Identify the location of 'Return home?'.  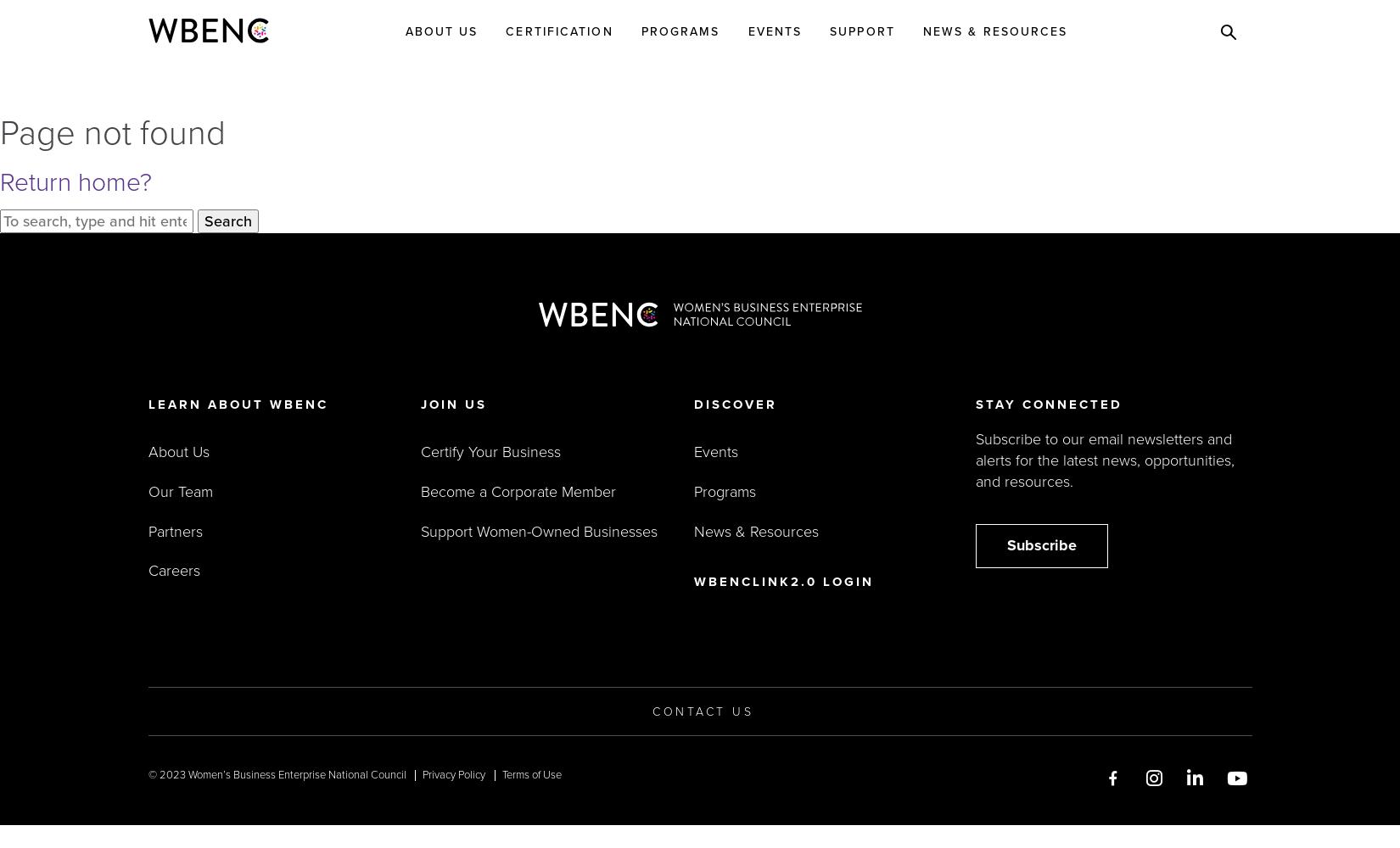
(76, 181).